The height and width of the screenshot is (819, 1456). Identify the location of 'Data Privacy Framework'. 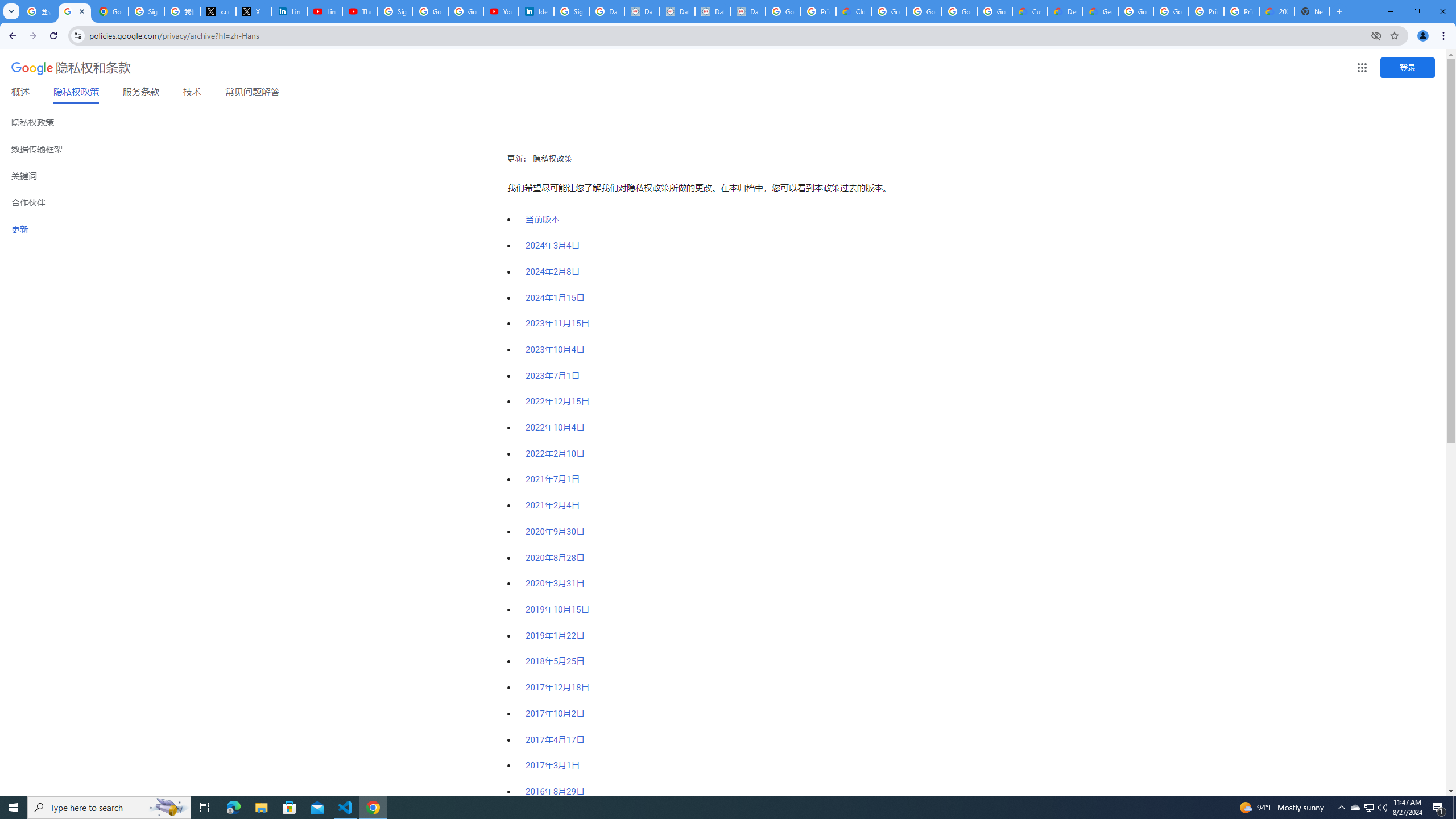
(642, 11).